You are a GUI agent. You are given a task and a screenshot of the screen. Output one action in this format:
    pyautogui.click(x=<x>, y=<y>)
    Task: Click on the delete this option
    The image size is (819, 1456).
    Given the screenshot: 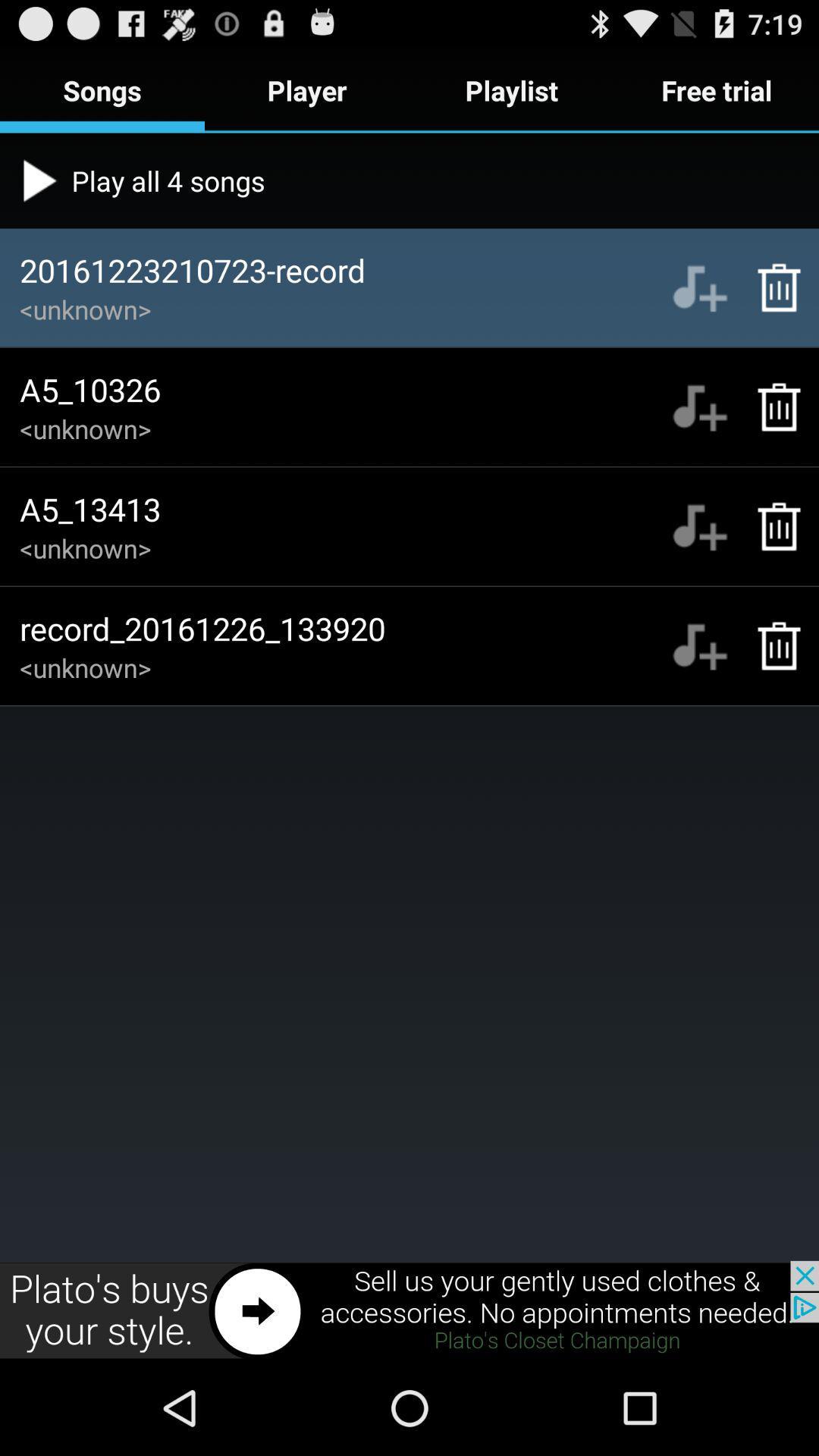 What is the action you would take?
    pyautogui.click(x=771, y=526)
    